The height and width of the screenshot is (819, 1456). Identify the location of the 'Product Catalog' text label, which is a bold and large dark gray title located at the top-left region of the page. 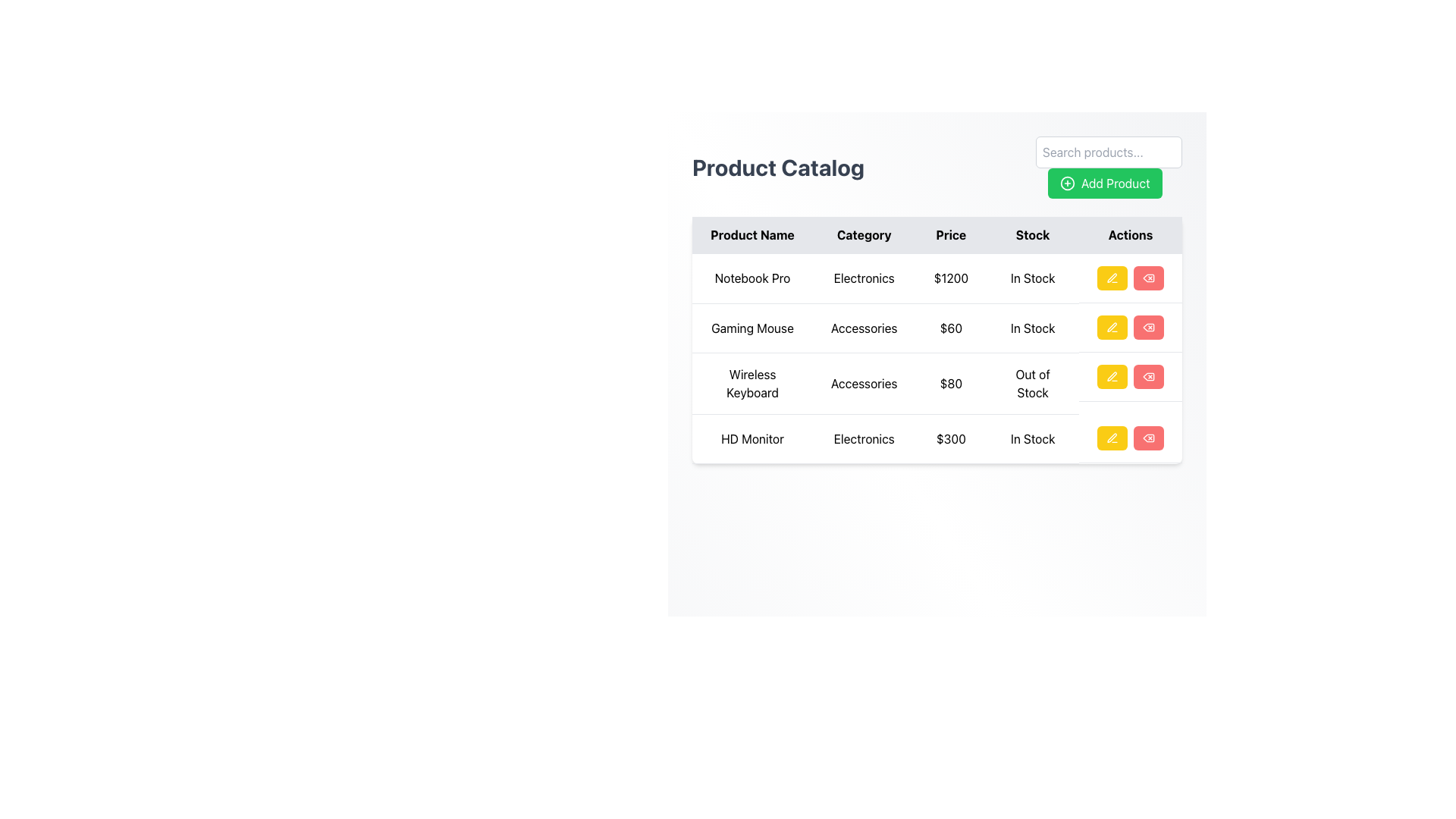
(778, 167).